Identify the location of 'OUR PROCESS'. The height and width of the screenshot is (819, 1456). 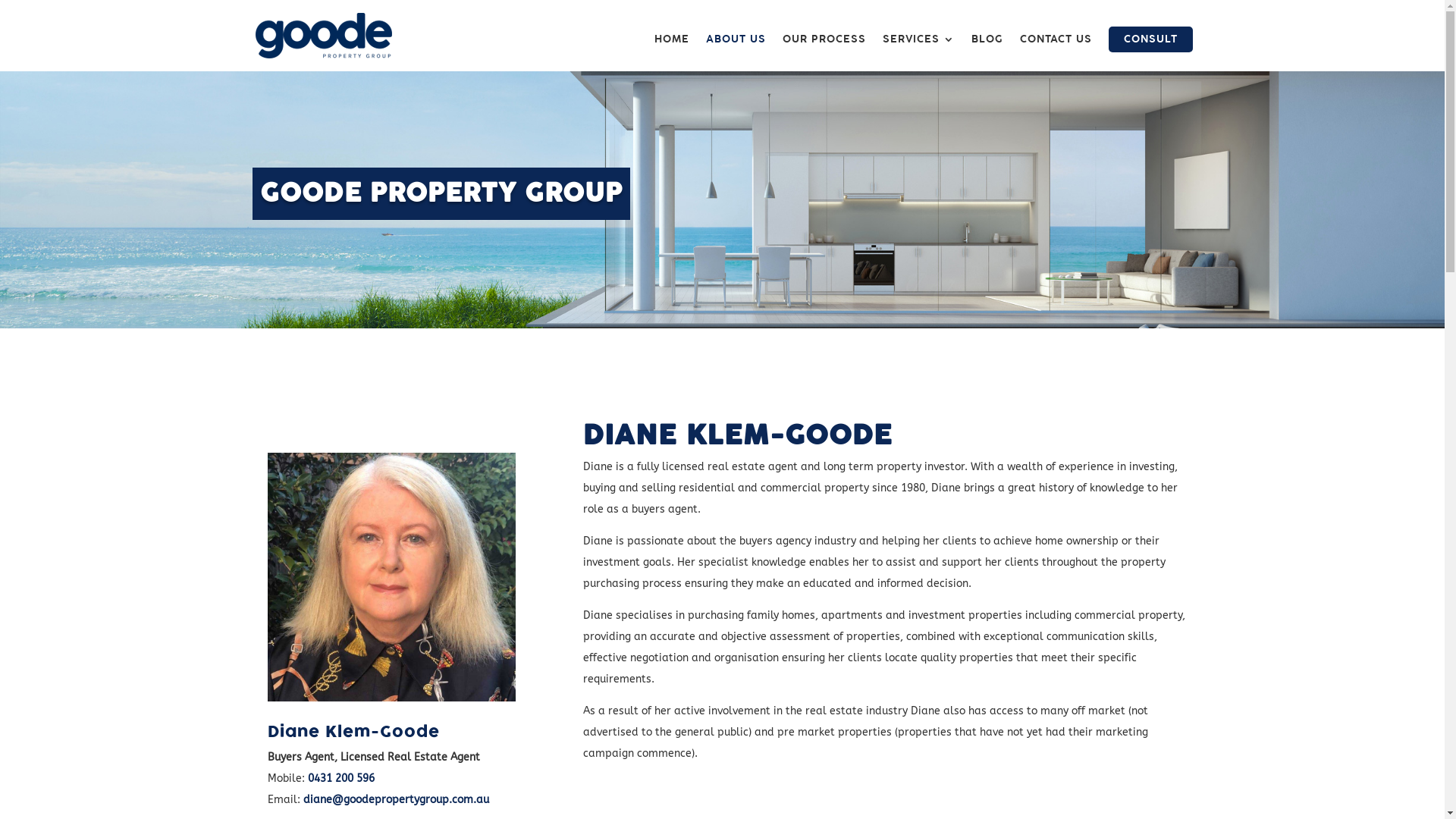
(823, 52).